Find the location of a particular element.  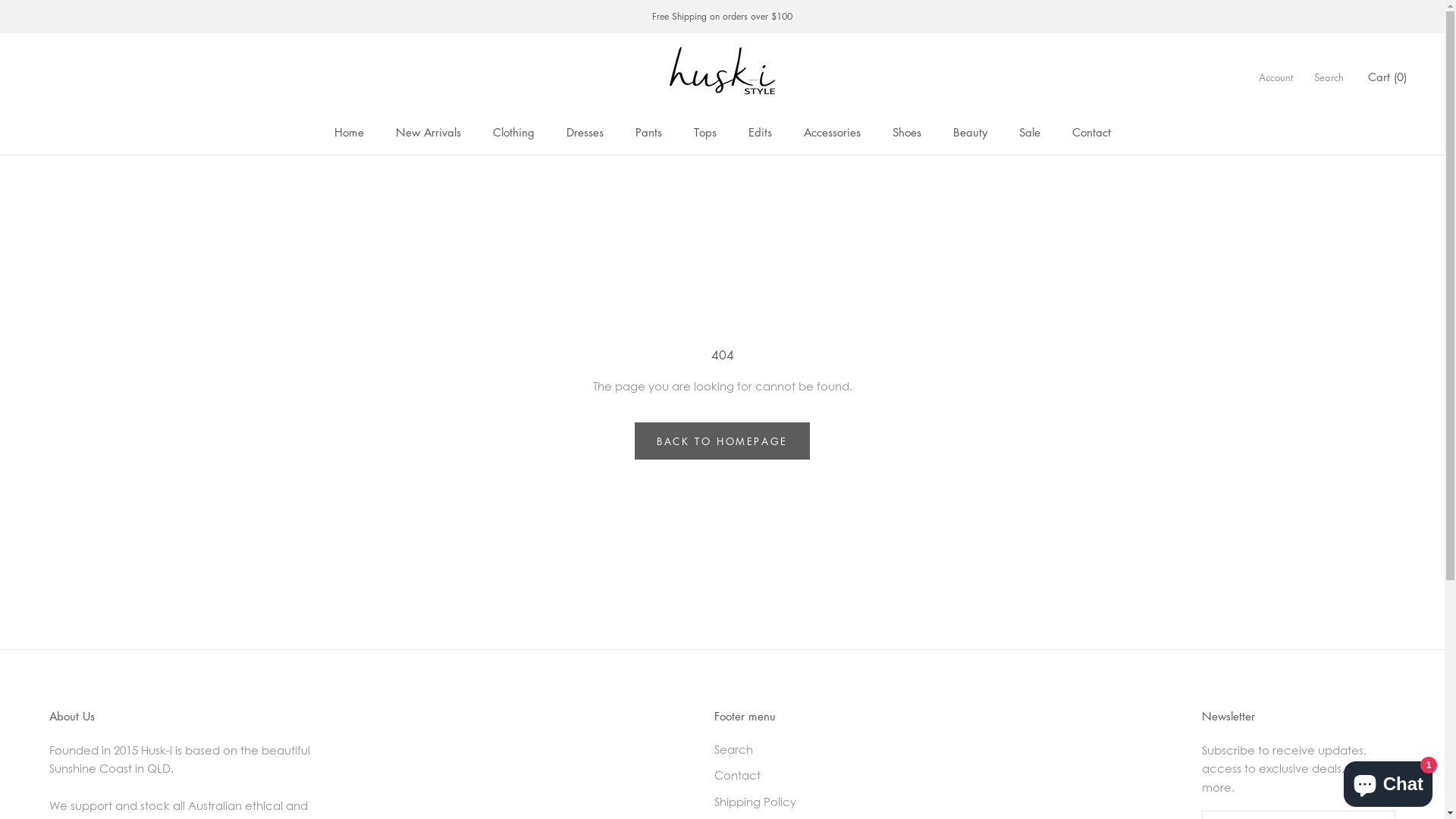

'Contact' is located at coordinates (758, 775).